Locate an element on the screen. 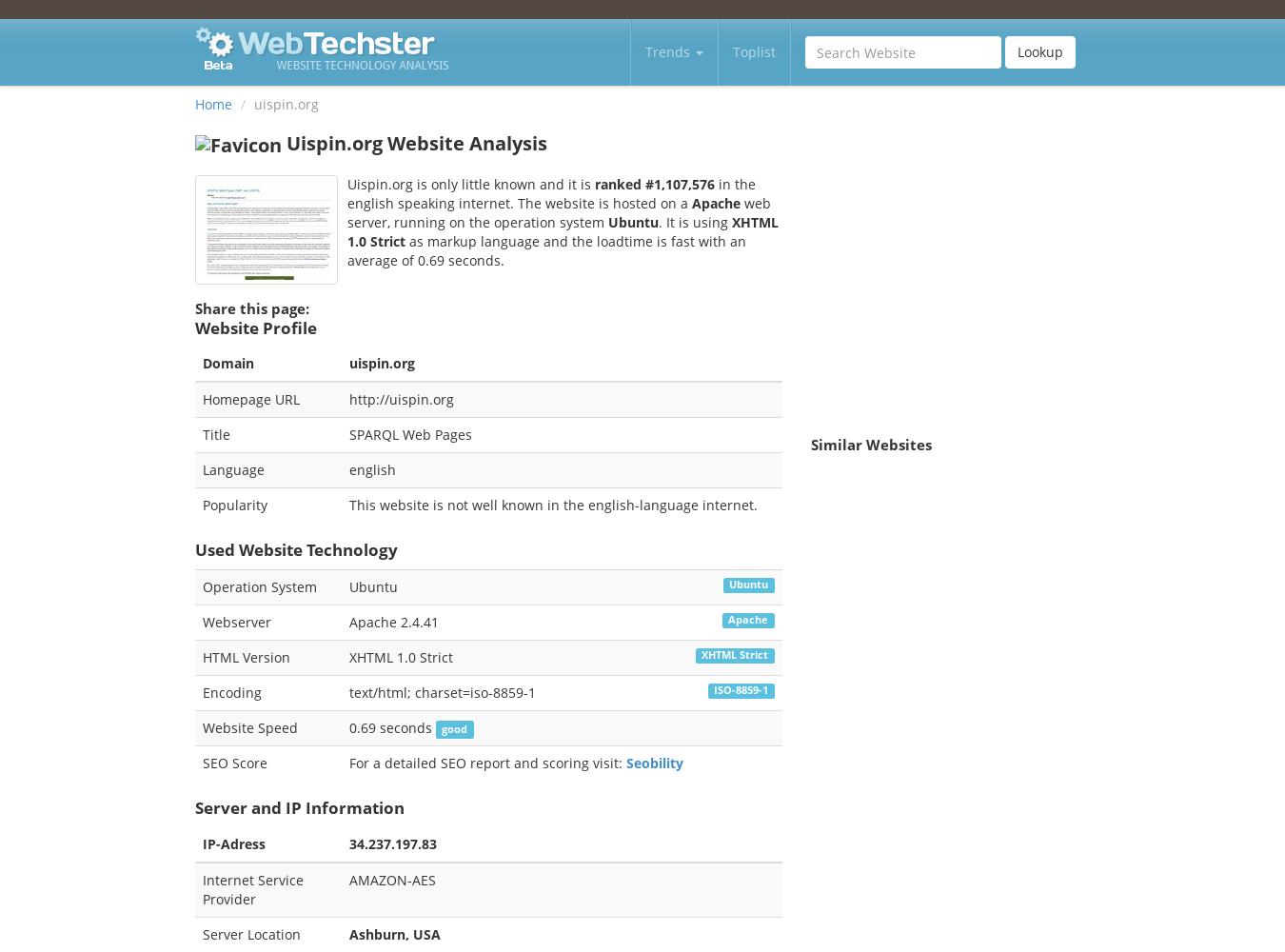  'IP-Adress' is located at coordinates (232, 843).